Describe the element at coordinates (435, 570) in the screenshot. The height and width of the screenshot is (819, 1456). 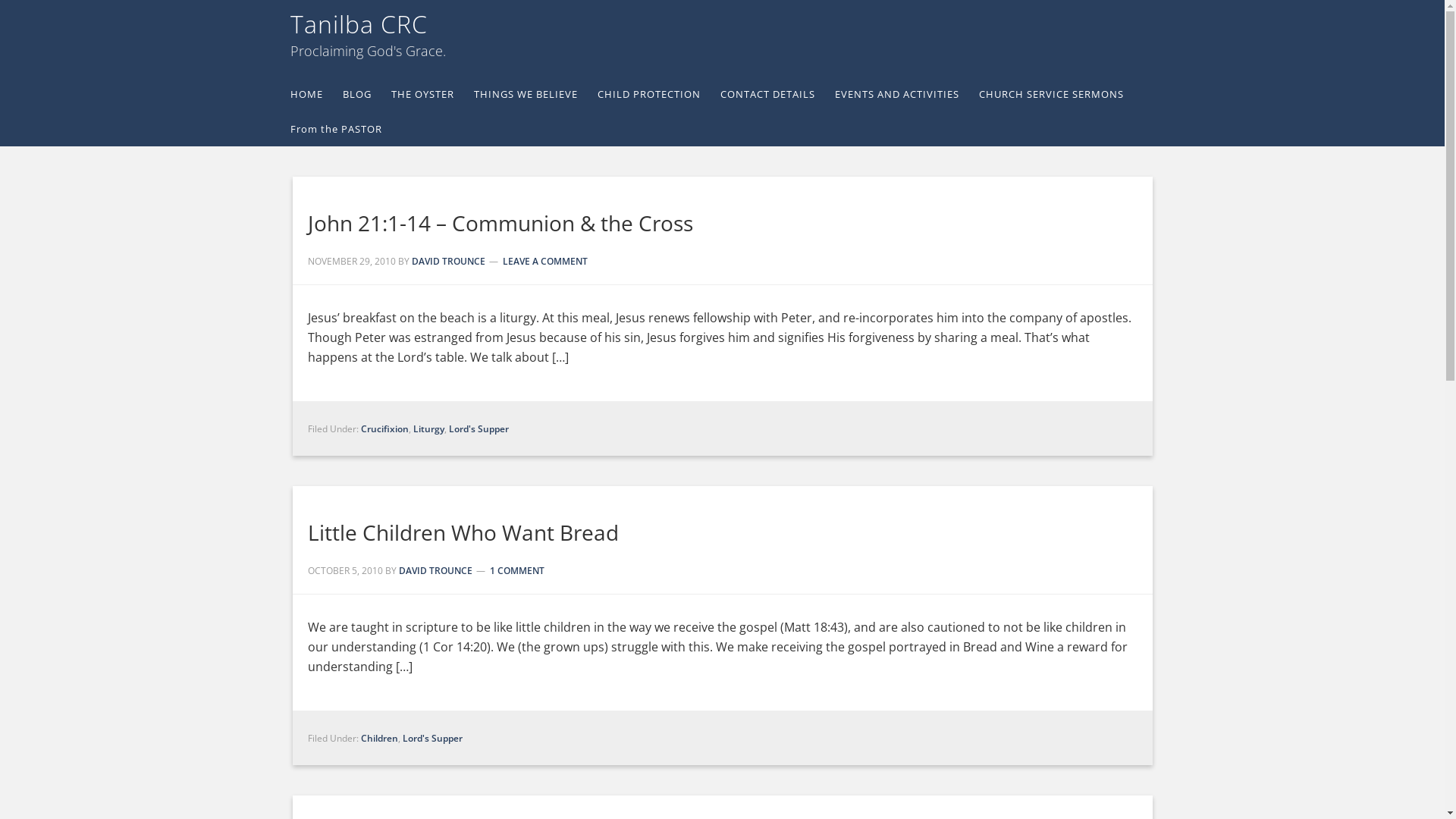
I see `'DAVID TROUNCE'` at that location.